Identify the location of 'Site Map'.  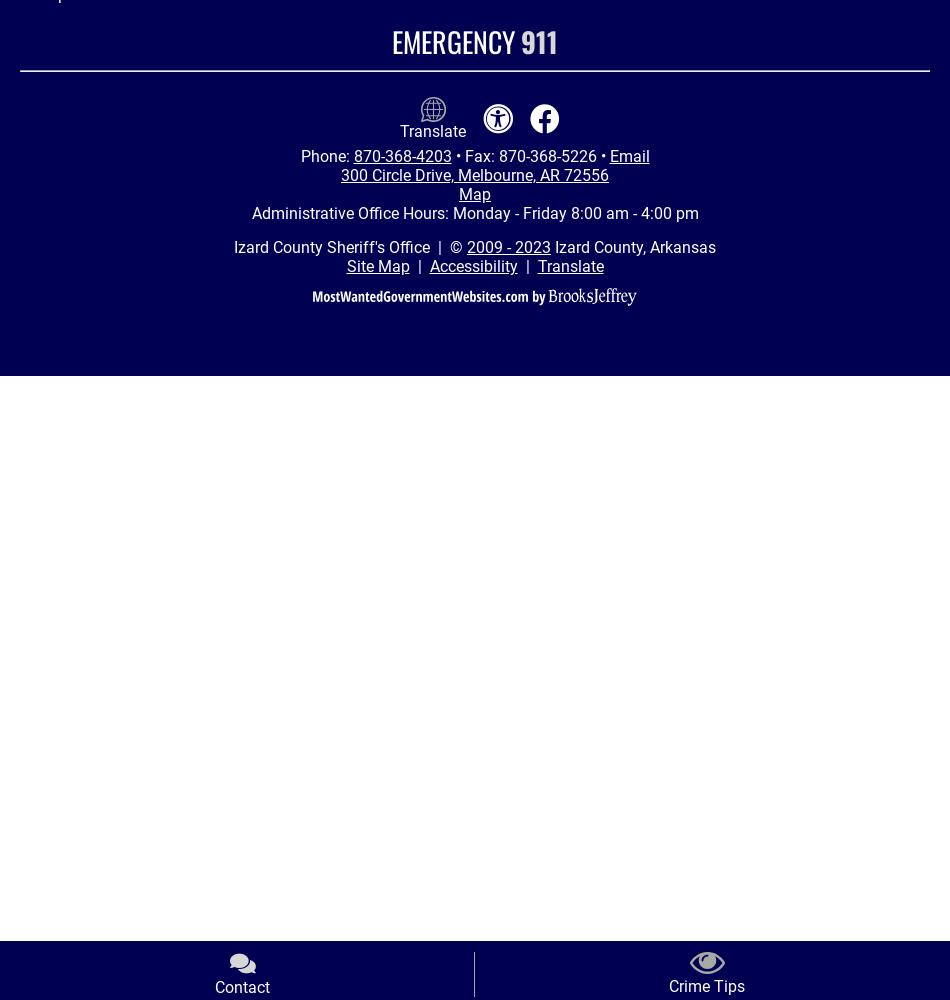
(376, 266).